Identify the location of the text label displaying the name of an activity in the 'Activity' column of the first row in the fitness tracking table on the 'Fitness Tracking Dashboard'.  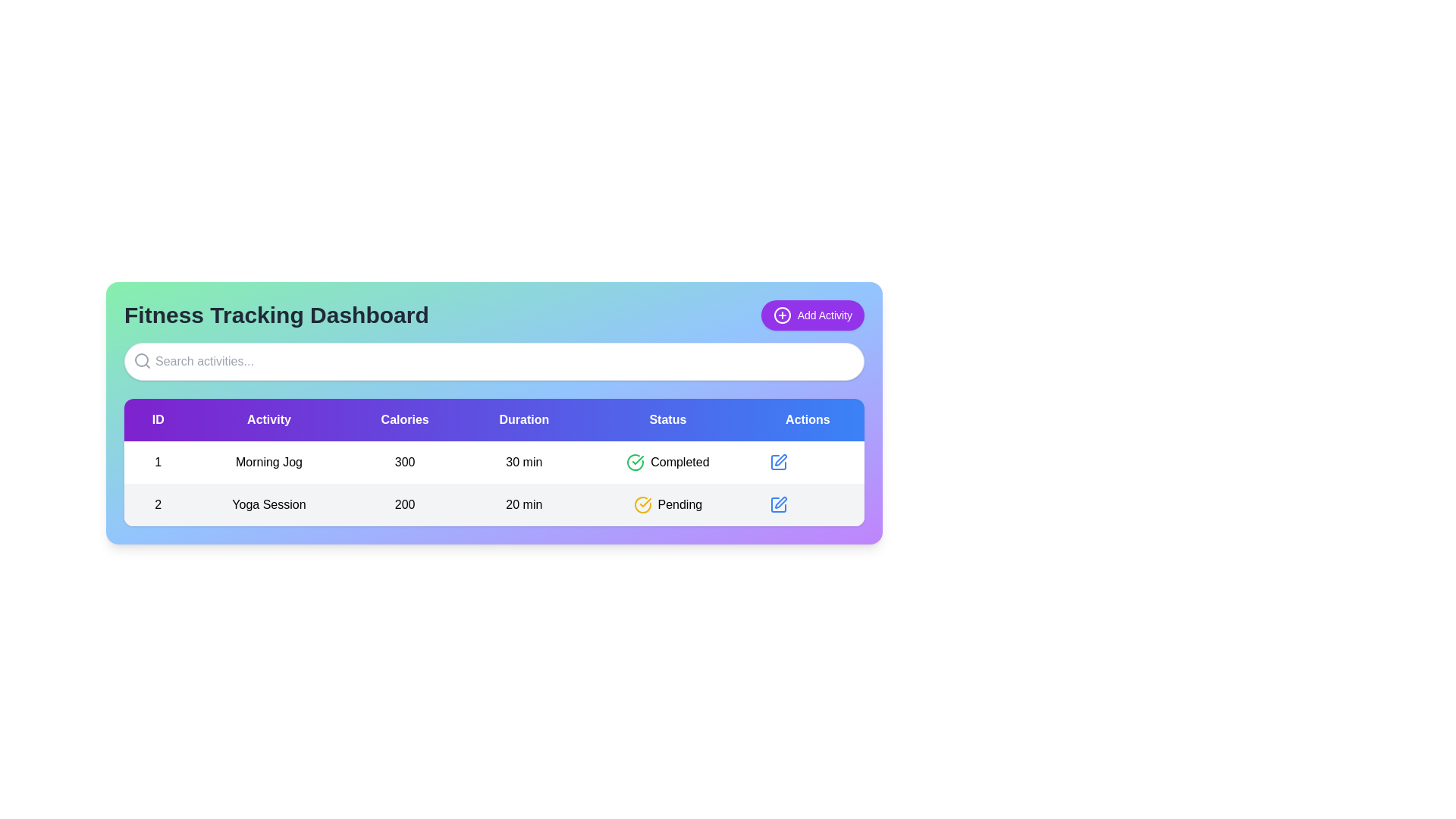
(269, 461).